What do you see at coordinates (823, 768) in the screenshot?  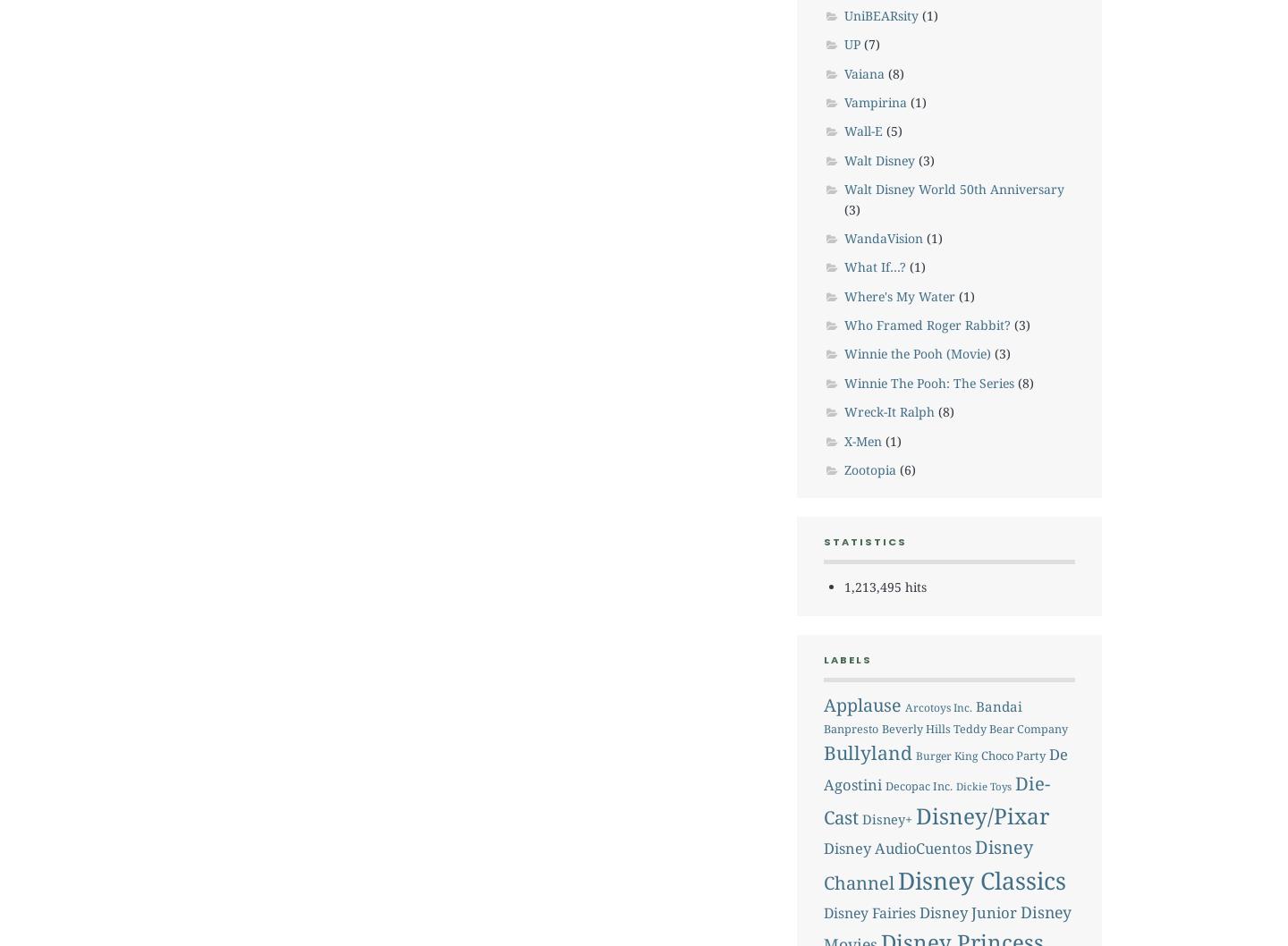 I see `'De Agostini'` at bounding box center [823, 768].